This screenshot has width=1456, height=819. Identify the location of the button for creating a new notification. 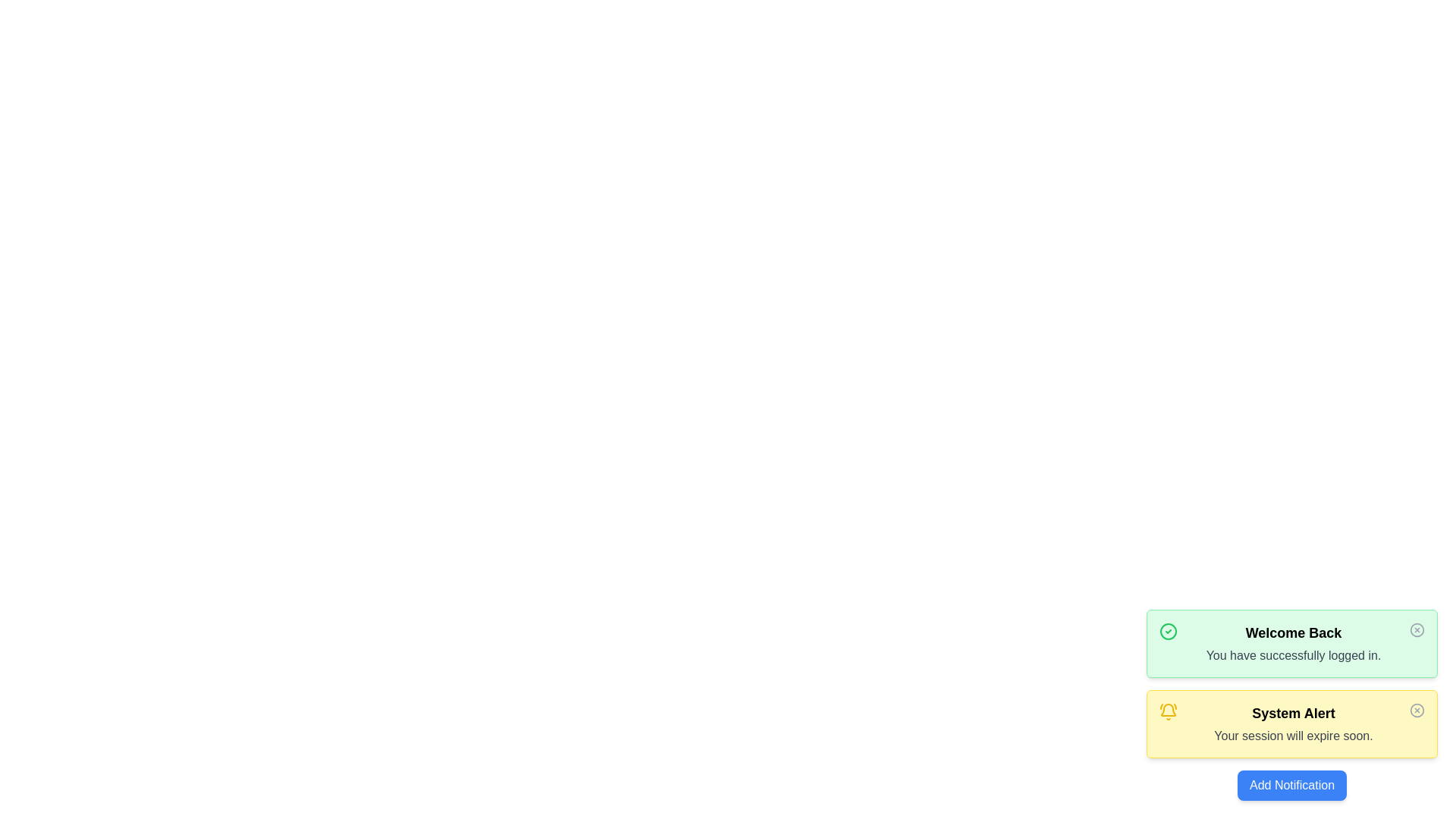
(1291, 785).